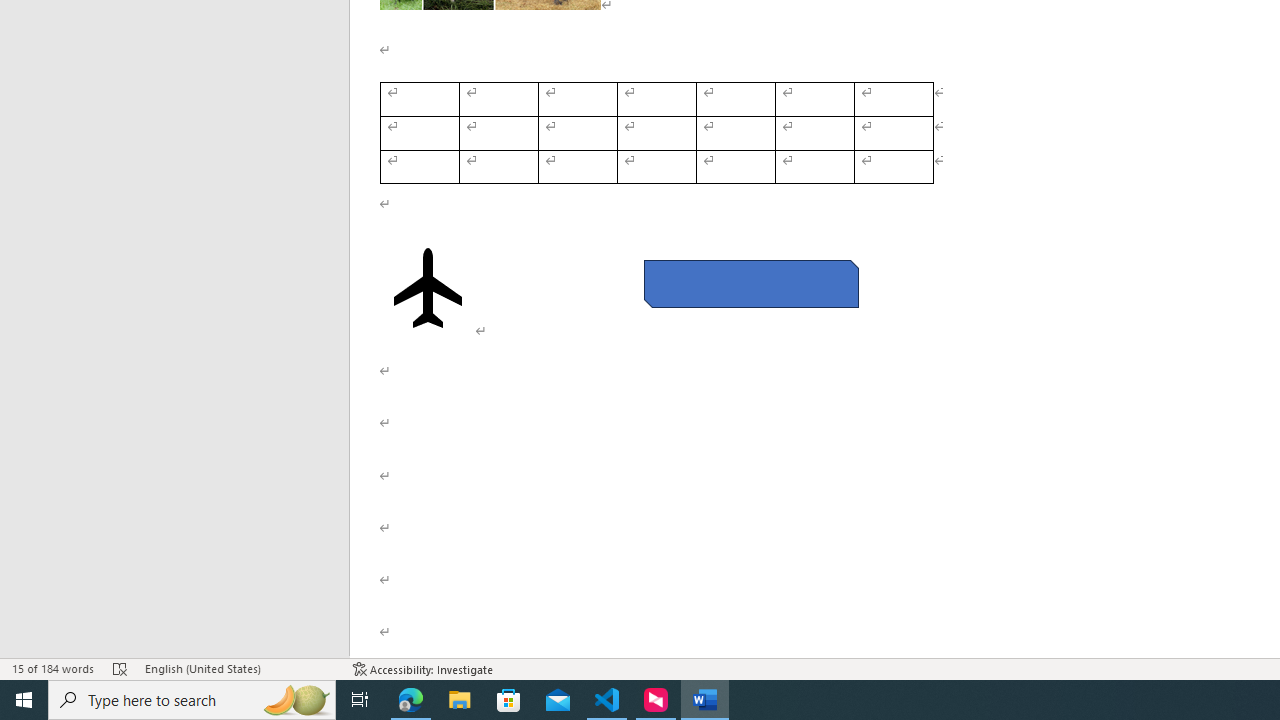 Image resolution: width=1280 pixels, height=720 pixels. What do you see at coordinates (53, 669) in the screenshot?
I see `'Word Count 15 of 184 words'` at bounding box center [53, 669].